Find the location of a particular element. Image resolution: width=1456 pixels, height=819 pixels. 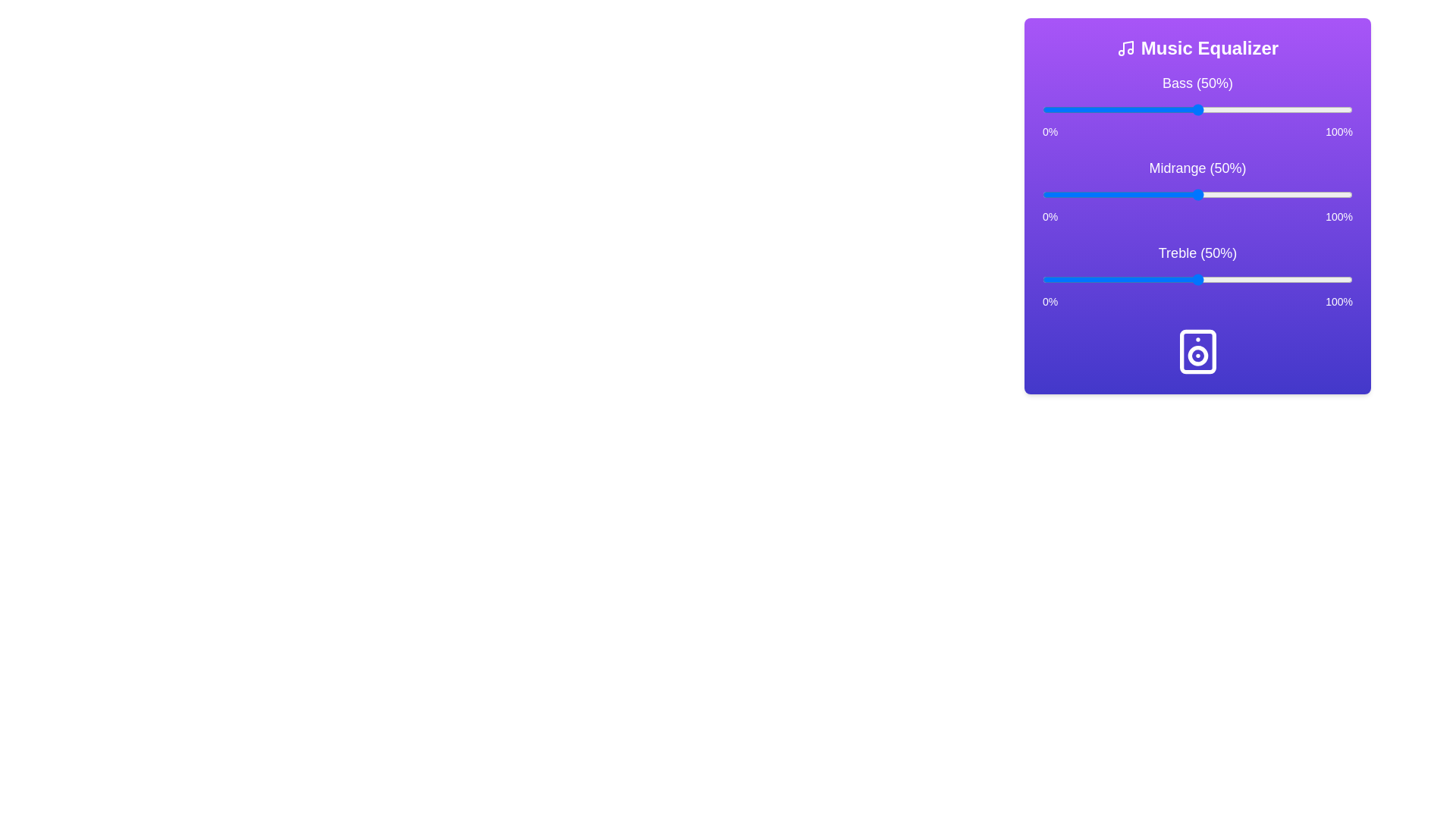

the midrange level to 20% using the slider is located at coordinates (1104, 194).